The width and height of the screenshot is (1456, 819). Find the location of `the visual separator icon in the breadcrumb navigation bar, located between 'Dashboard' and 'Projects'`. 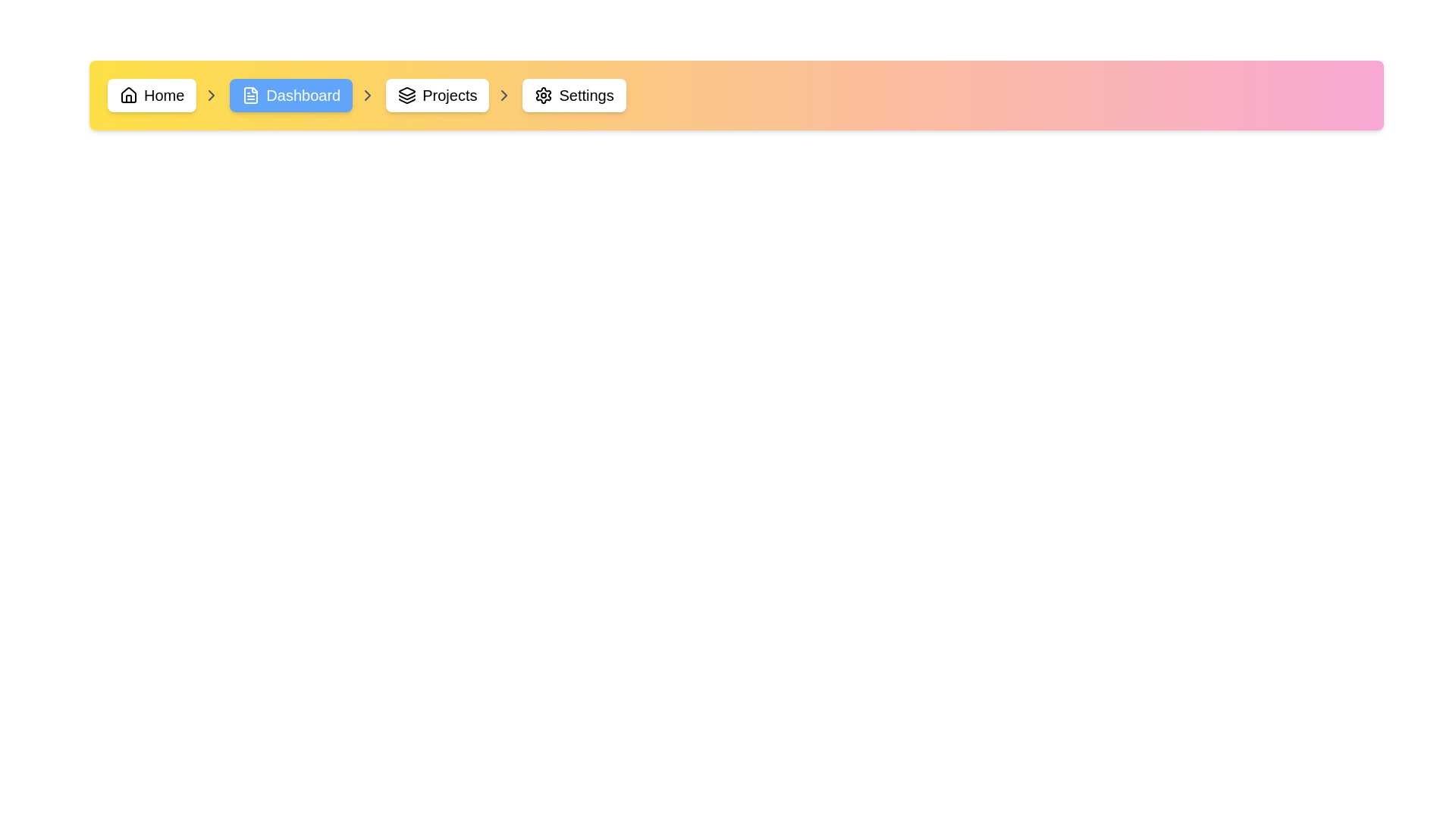

the visual separator icon in the breadcrumb navigation bar, located between 'Dashboard' and 'Projects' is located at coordinates (368, 96).